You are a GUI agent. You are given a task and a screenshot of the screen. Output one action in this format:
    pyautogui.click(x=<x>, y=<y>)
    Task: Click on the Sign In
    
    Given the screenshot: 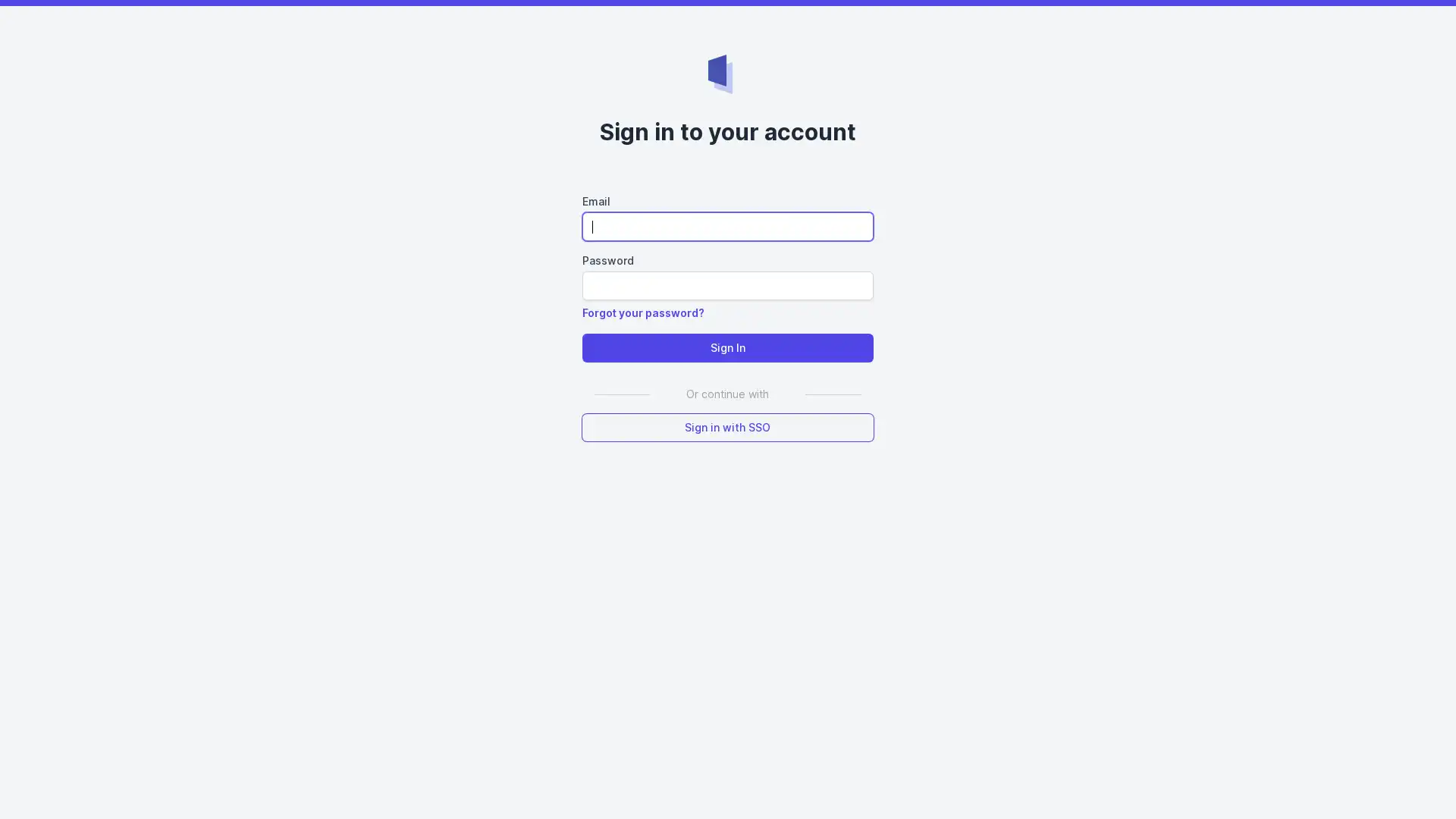 What is the action you would take?
    pyautogui.click(x=726, y=348)
    